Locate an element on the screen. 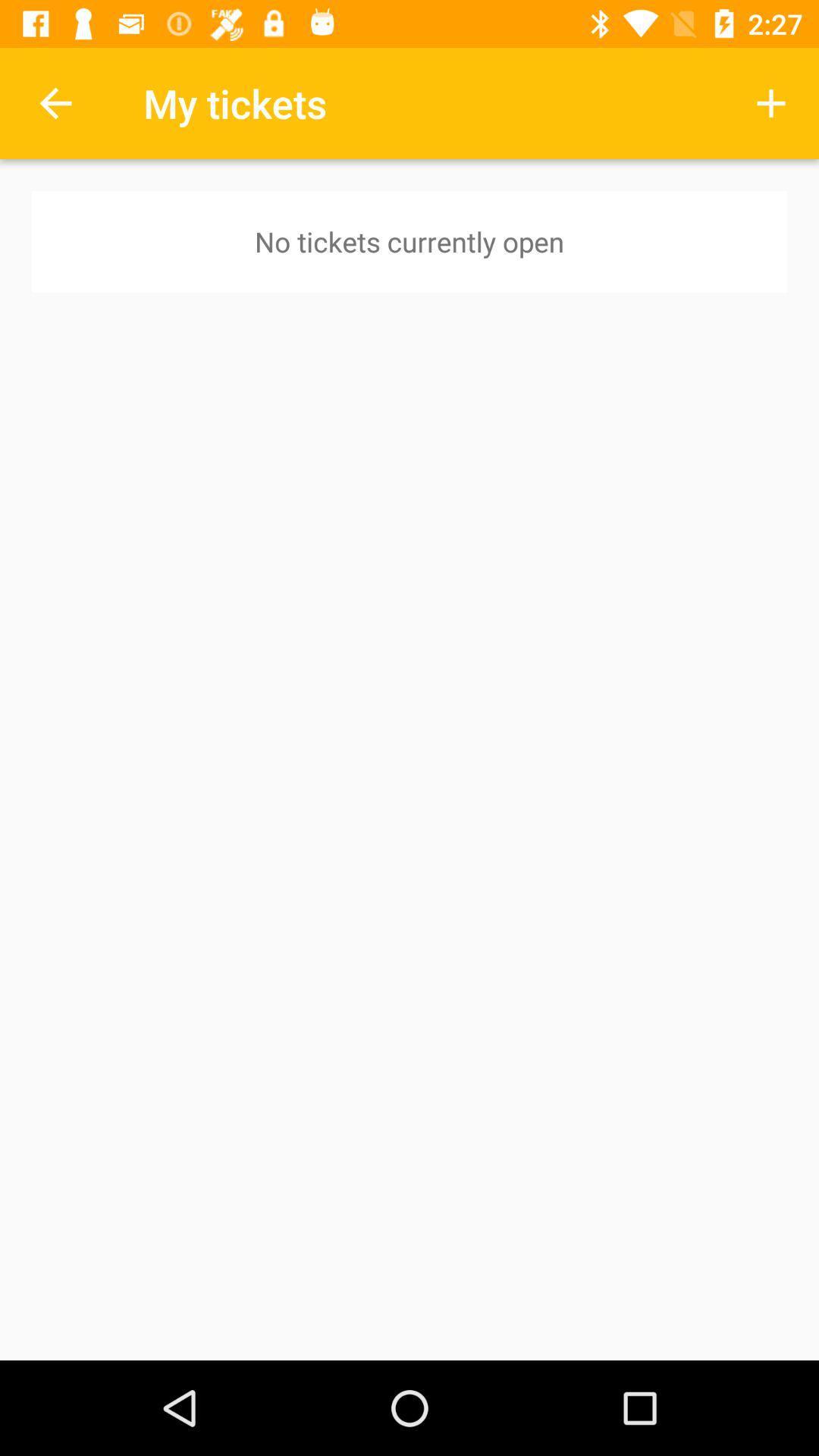  item to the right of the my tickets item is located at coordinates (771, 102).